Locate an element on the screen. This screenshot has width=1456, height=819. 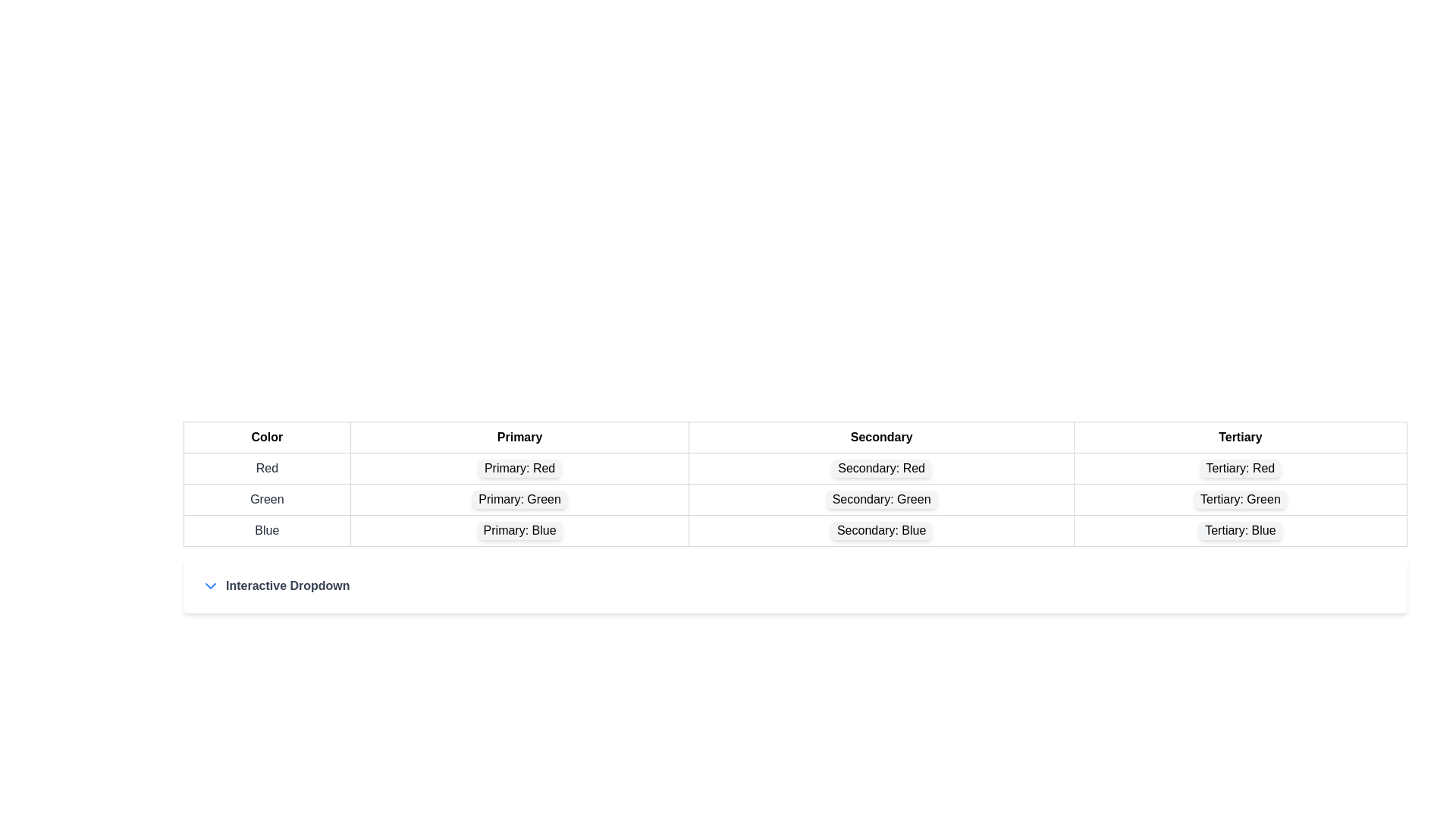
the static text label that provides information about the primary category of the color 'Blue', located in the third row of a table under the 'Primary' column is located at coordinates (519, 529).